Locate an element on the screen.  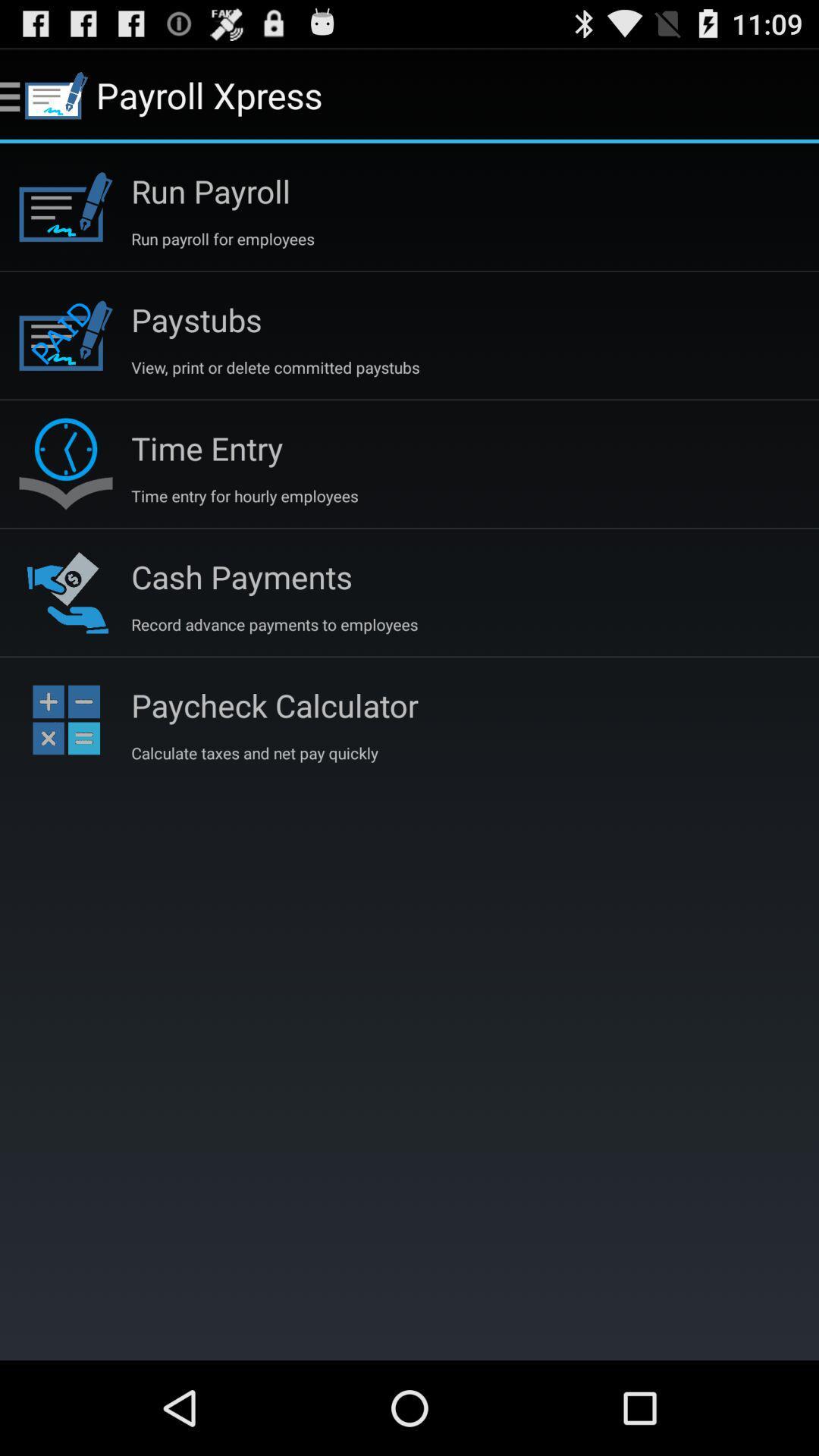
app below paystubs is located at coordinates (275, 367).